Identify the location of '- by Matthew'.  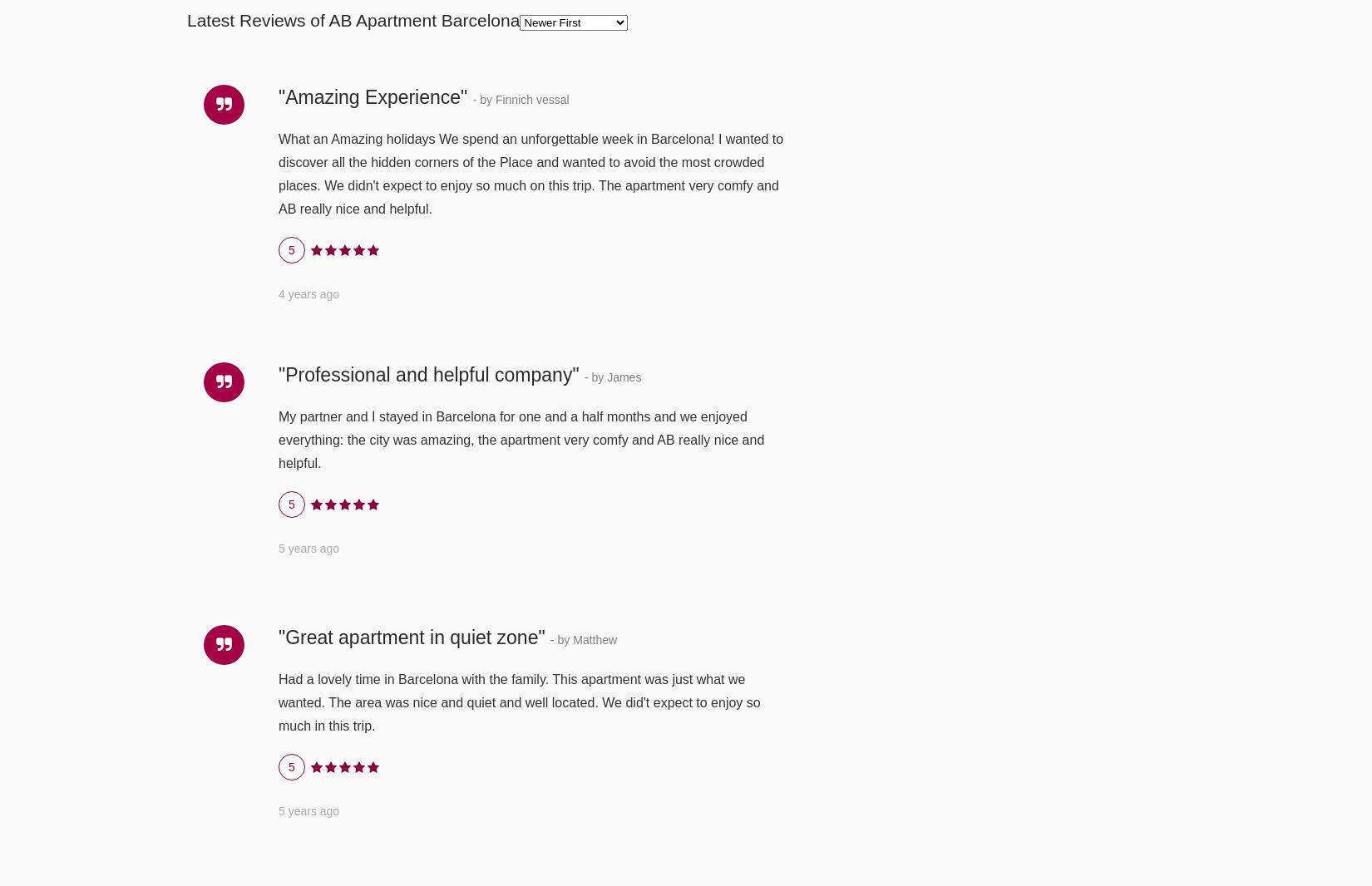
(549, 638).